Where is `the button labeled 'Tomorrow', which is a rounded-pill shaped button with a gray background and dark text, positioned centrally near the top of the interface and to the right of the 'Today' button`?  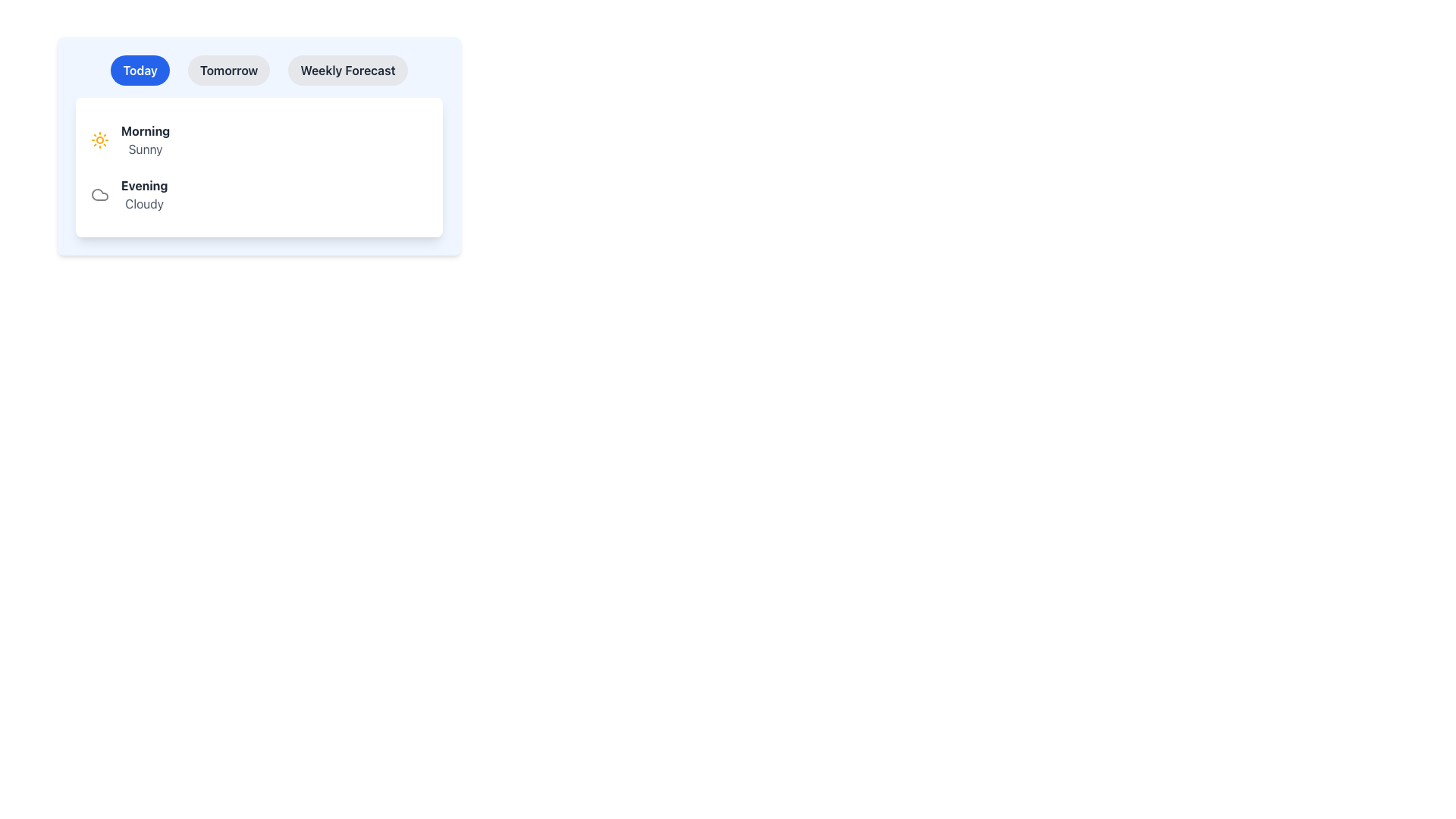
the button labeled 'Tomorrow', which is a rounded-pill shaped button with a gray background and dark text, positioned centrally near the top of the interface and to the right of the 'Today' button is located at coordinates (228, 70).